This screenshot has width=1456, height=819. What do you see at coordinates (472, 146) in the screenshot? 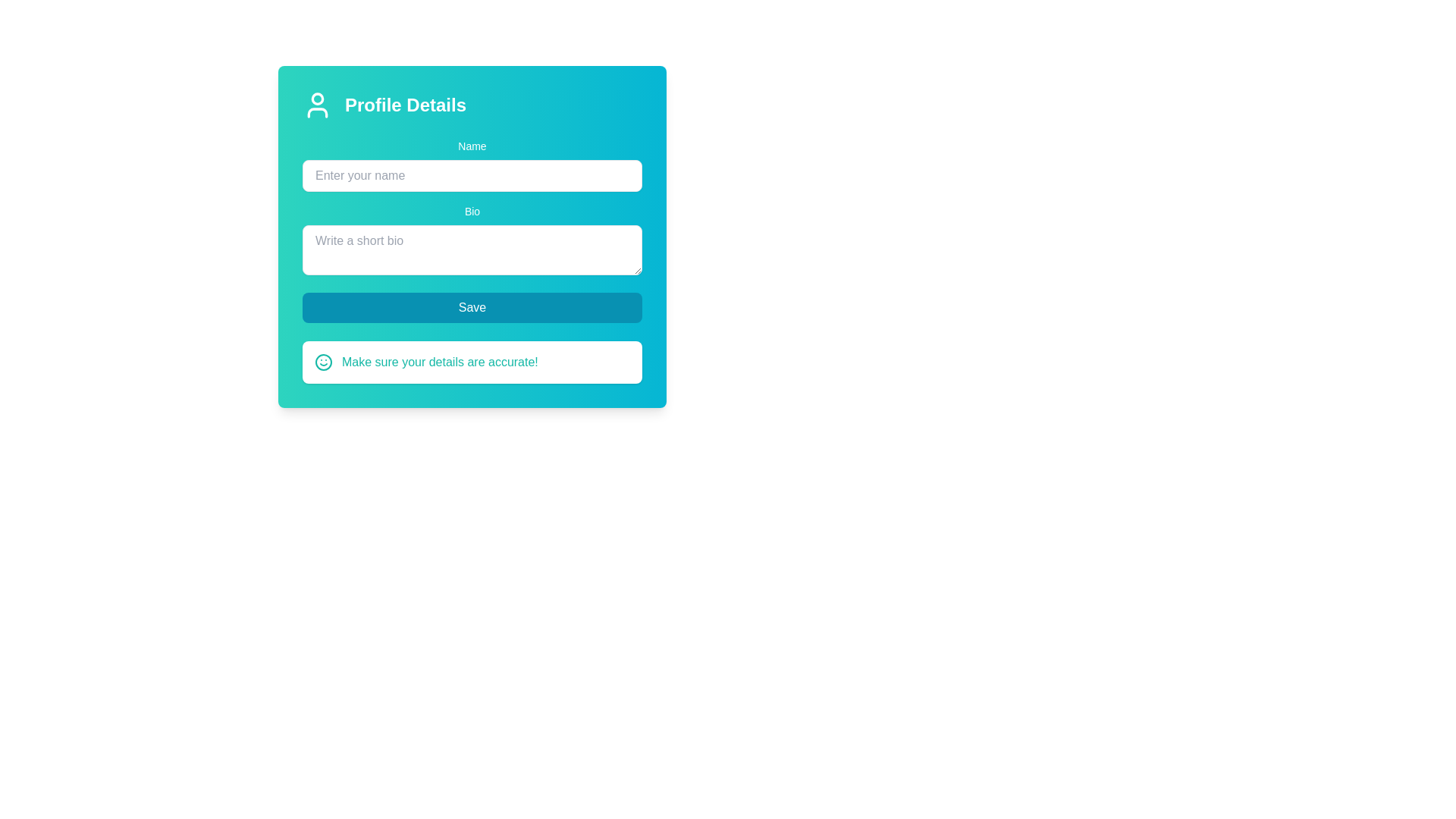
I see `descriptive label indicating the purpose of the adjacent input field, which is positioned at the top of the form` at bounding box center [472, 146].